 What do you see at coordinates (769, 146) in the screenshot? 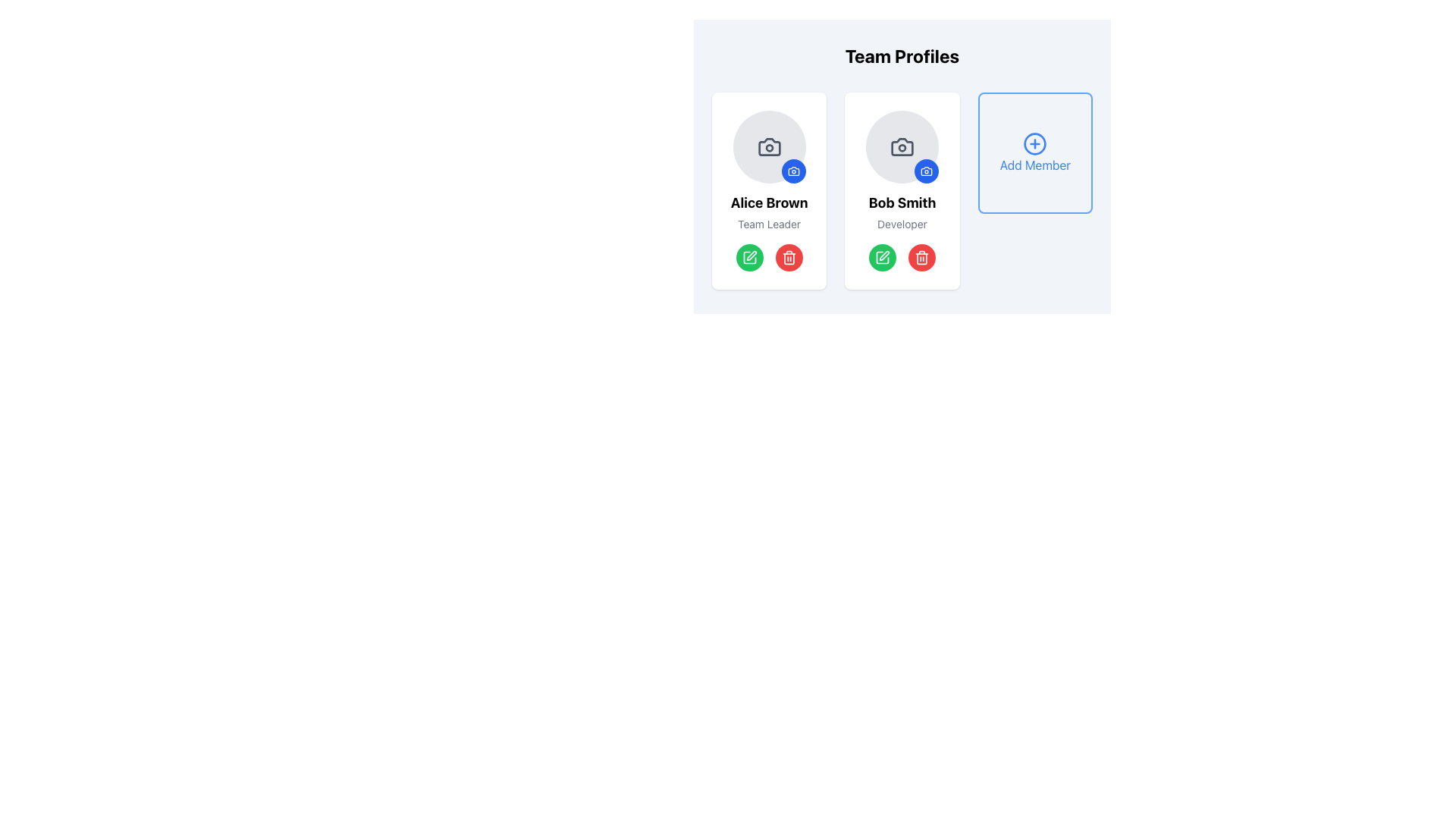
I see `the profile picture icon located in the second profile card from the left, positioned centrally within the circular avatar area` at bounding box center [769, 146].